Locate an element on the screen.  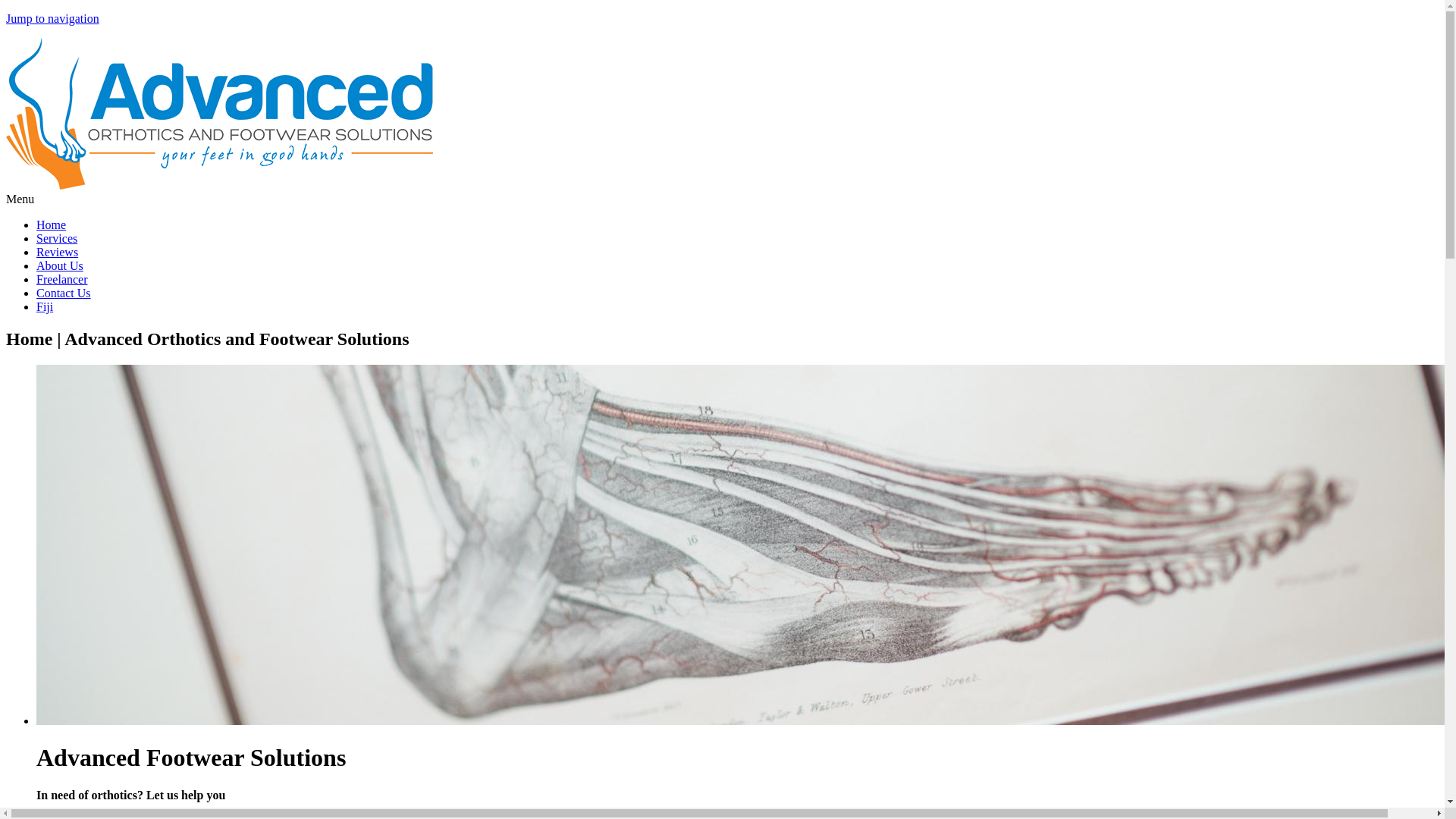
'Jump to navigation' is located at coordinates (6, 18).